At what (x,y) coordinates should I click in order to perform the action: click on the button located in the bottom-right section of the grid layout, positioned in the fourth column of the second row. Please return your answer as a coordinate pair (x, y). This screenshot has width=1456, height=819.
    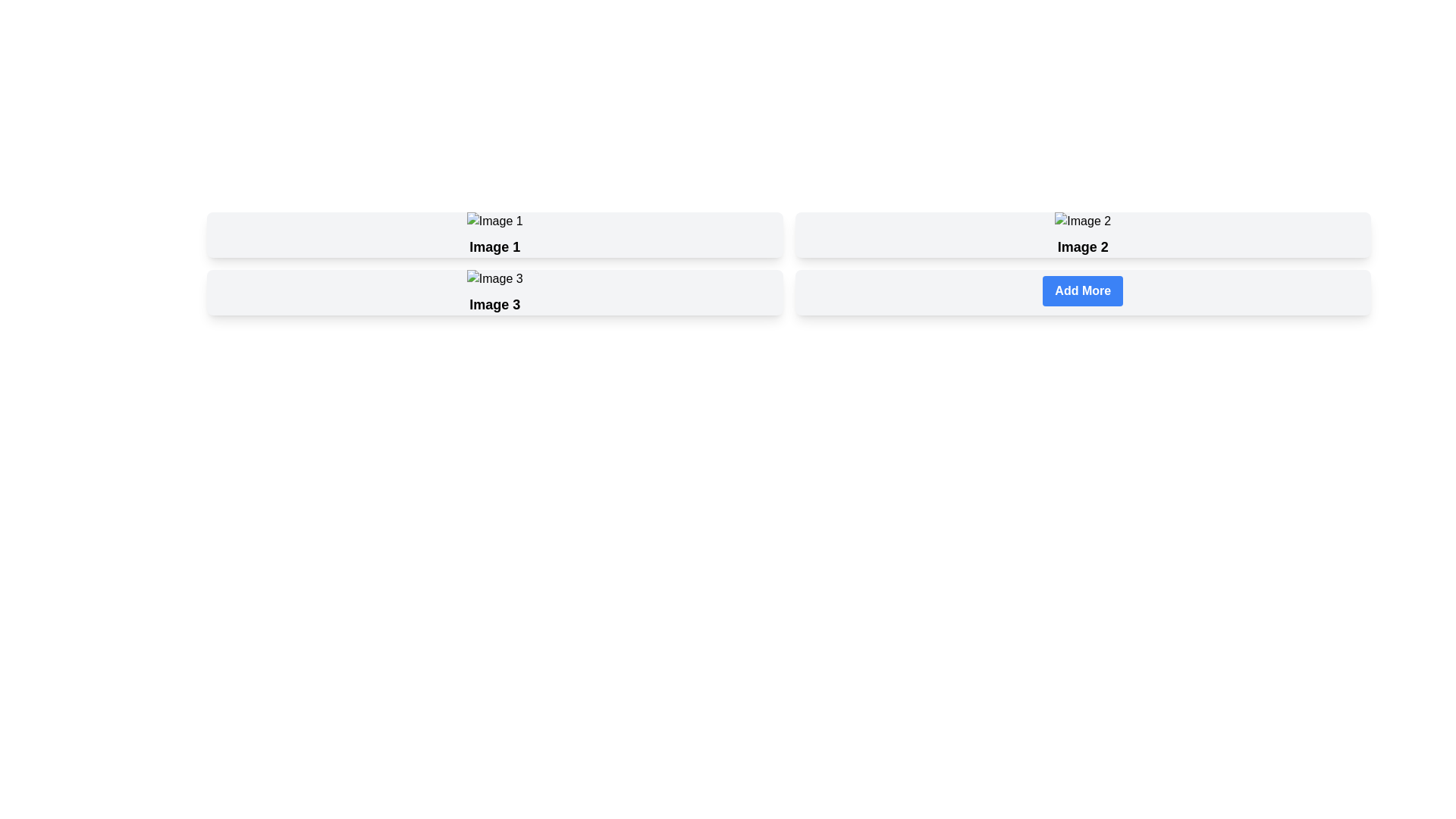
    Looking at the image, I should click on (1082, 292).